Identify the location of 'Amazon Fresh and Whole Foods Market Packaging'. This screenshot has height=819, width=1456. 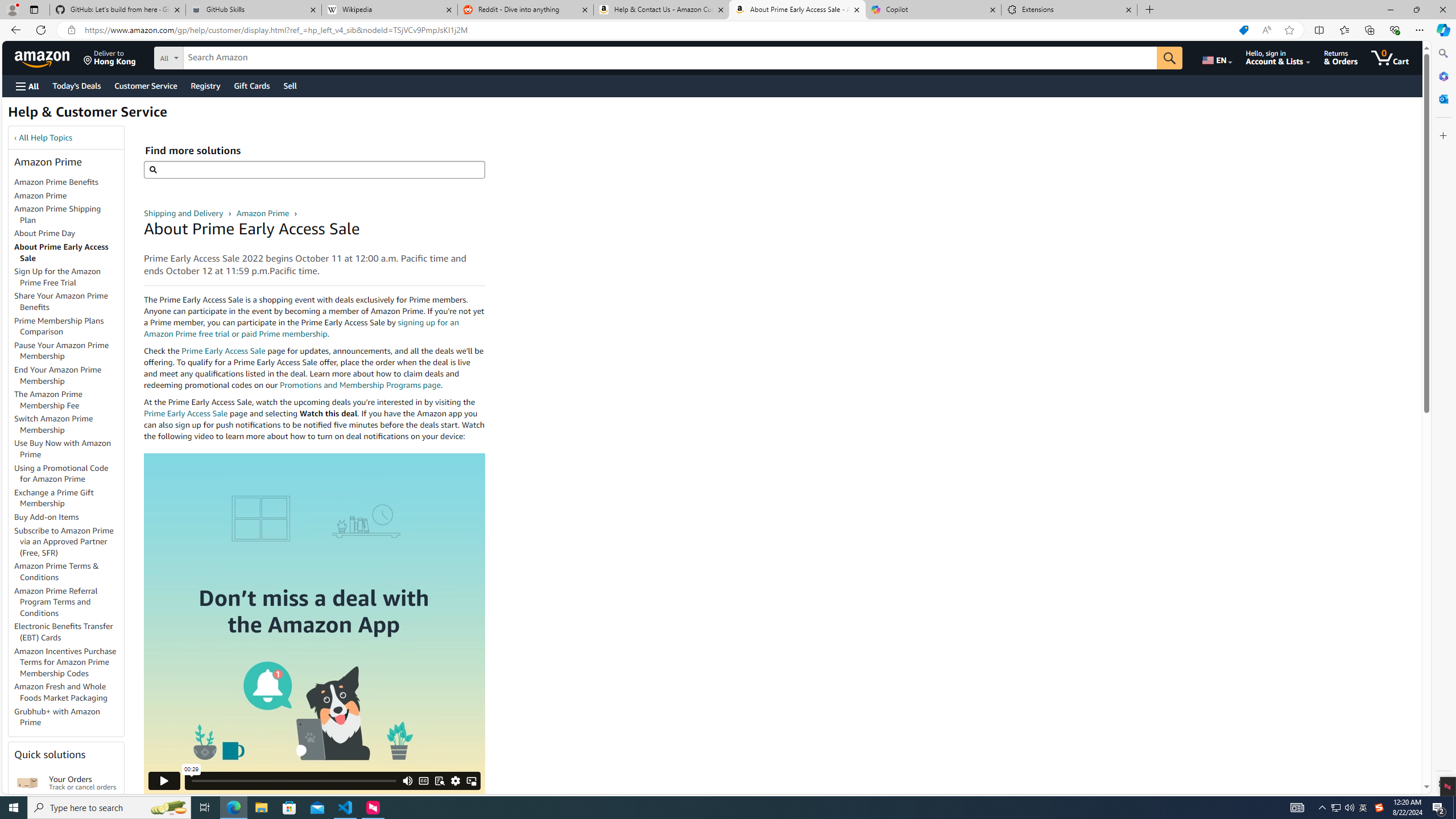
(69, 692).